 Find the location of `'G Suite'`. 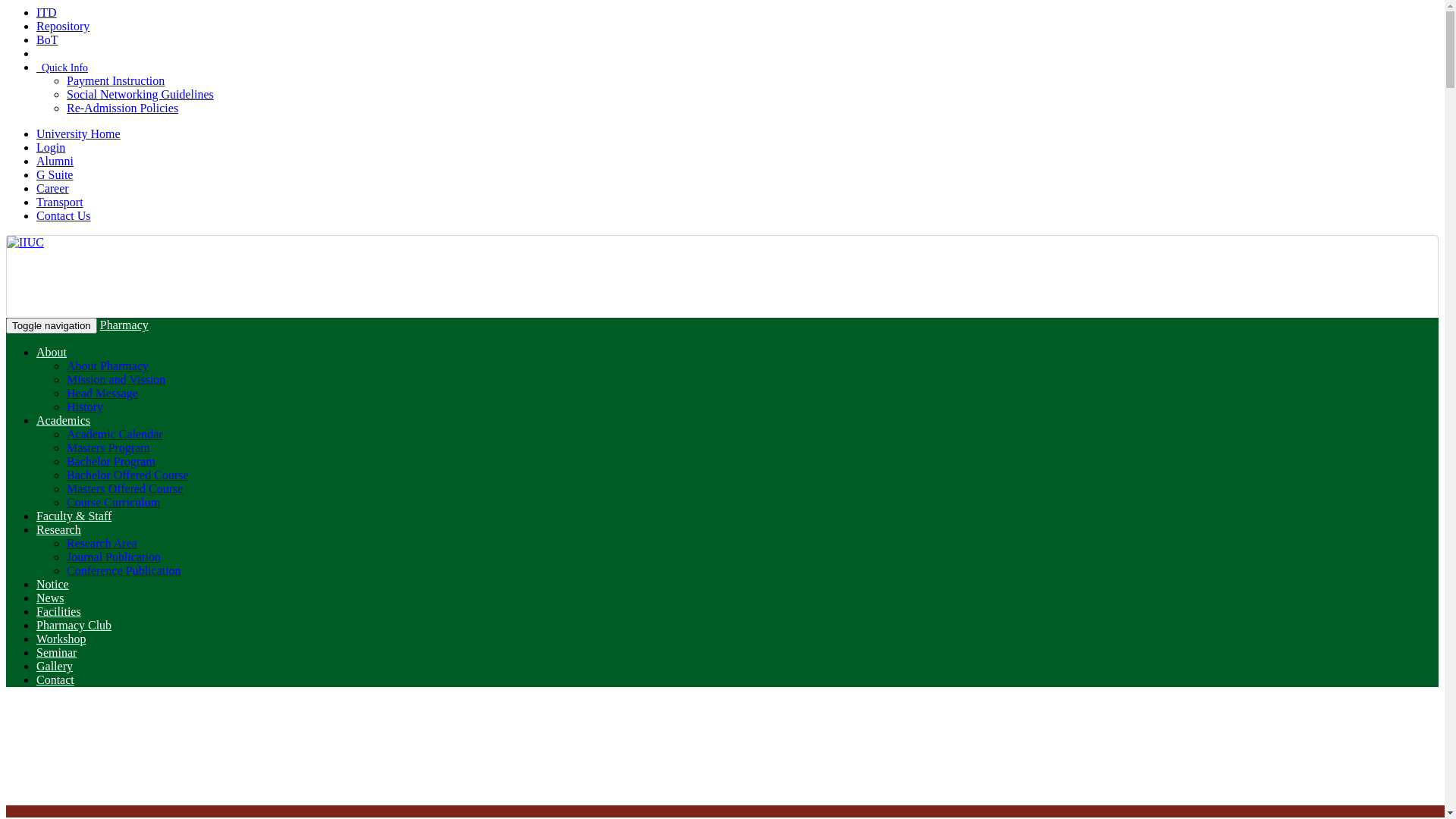

'G Suite' is located at coordinates (55, 174).